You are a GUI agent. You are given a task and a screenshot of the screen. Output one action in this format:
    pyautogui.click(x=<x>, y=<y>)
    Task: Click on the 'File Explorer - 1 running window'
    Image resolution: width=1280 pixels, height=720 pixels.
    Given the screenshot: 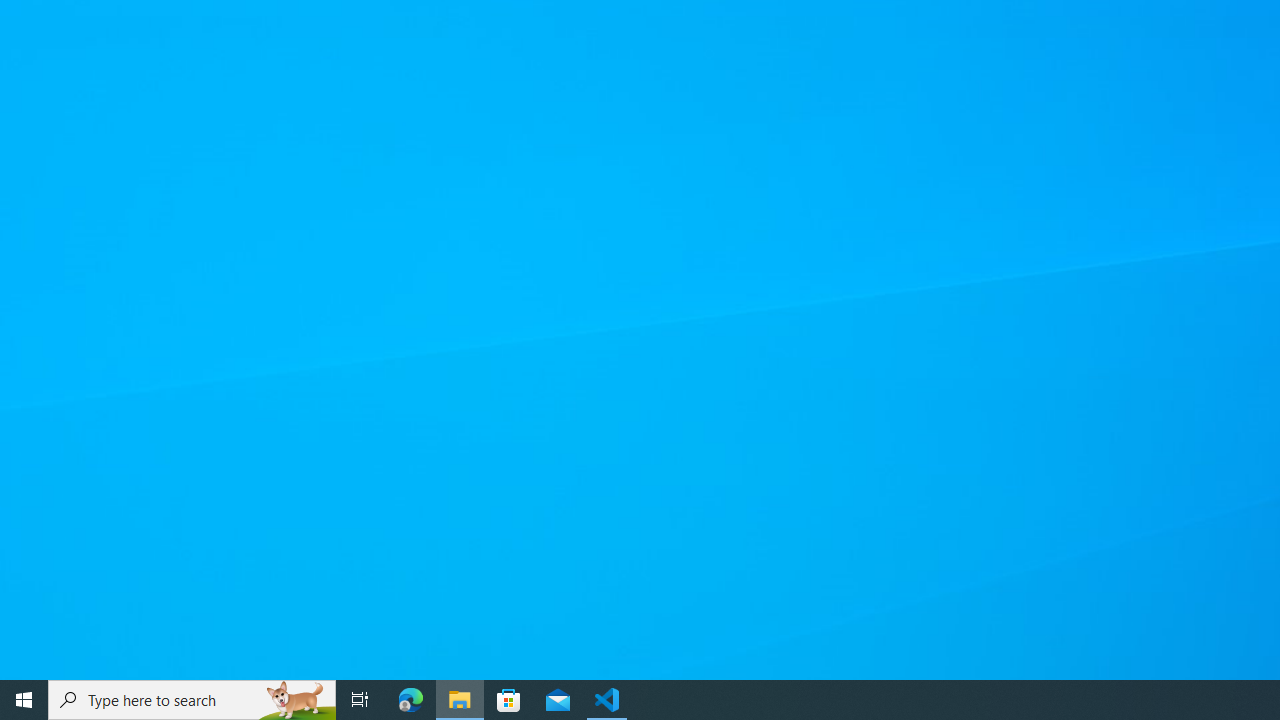 What is the action you would take?
    pyautogui.click(x=459, y=698)
    